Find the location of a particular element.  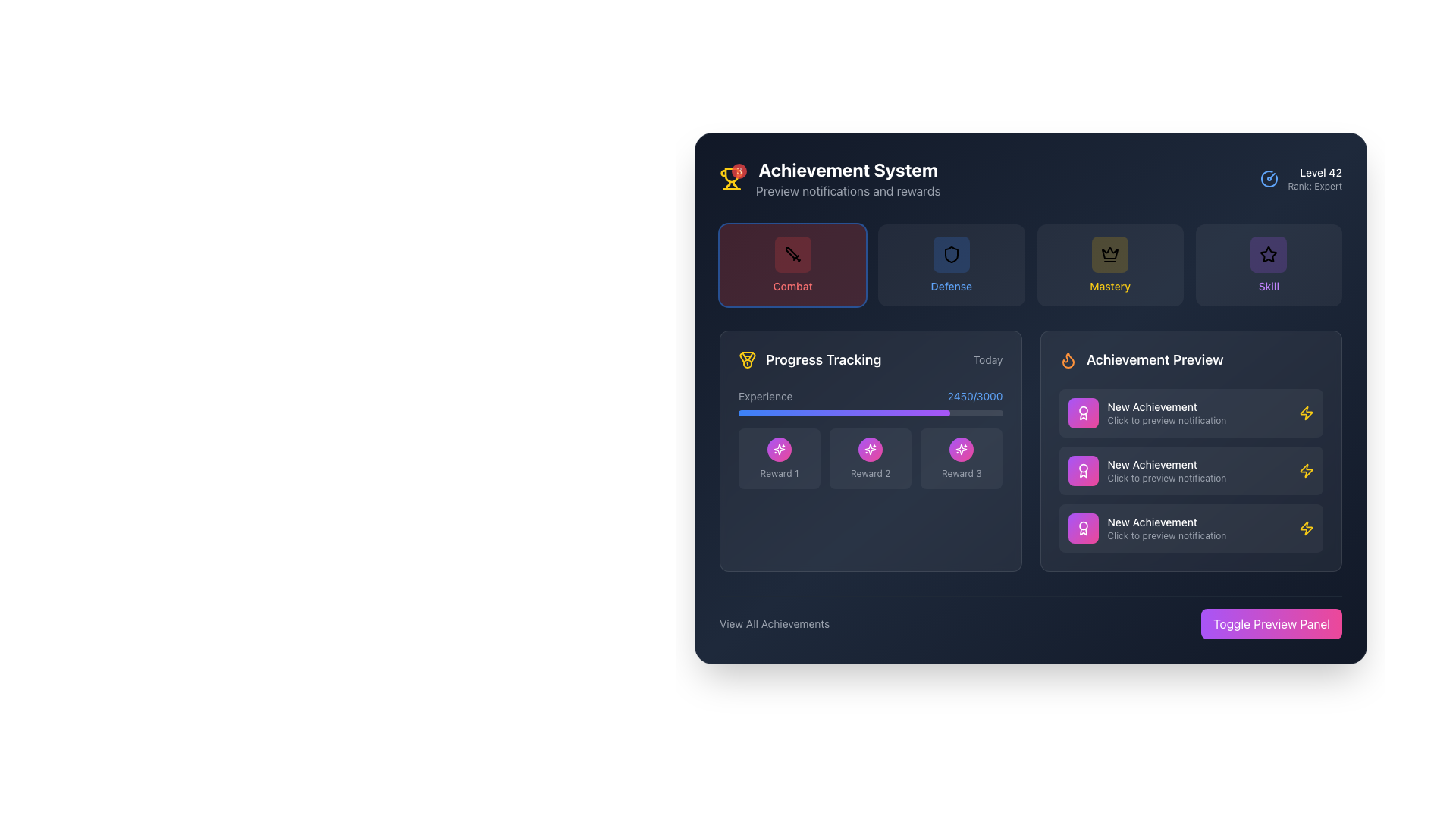

the 'Reward 3' button located in the bottom row of the 'Progress Tracking' panel to interact with it is located at coordinates (961, 458).